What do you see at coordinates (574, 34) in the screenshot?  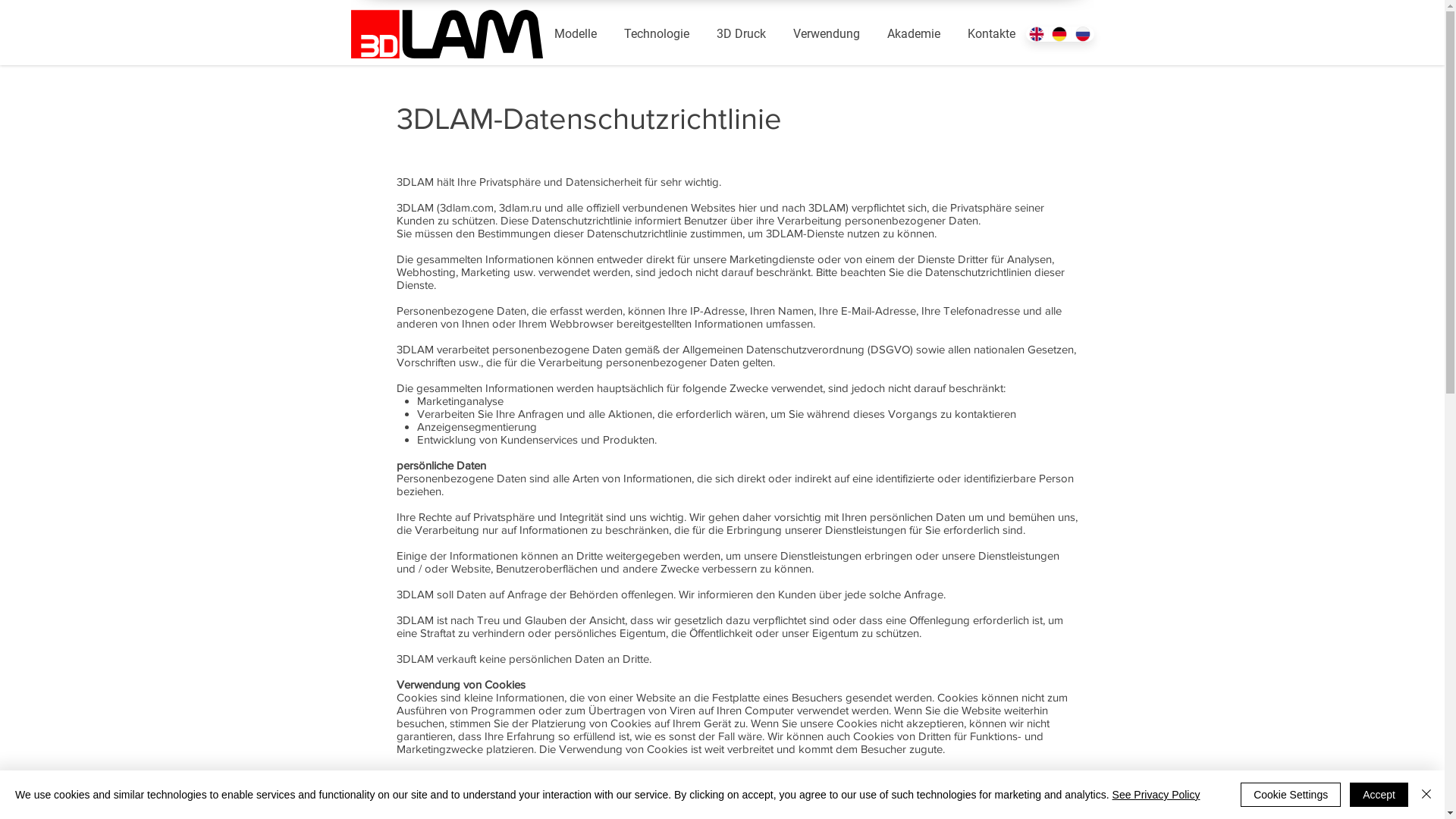 I see `'Modelle'` at bounding box center [574, 34].